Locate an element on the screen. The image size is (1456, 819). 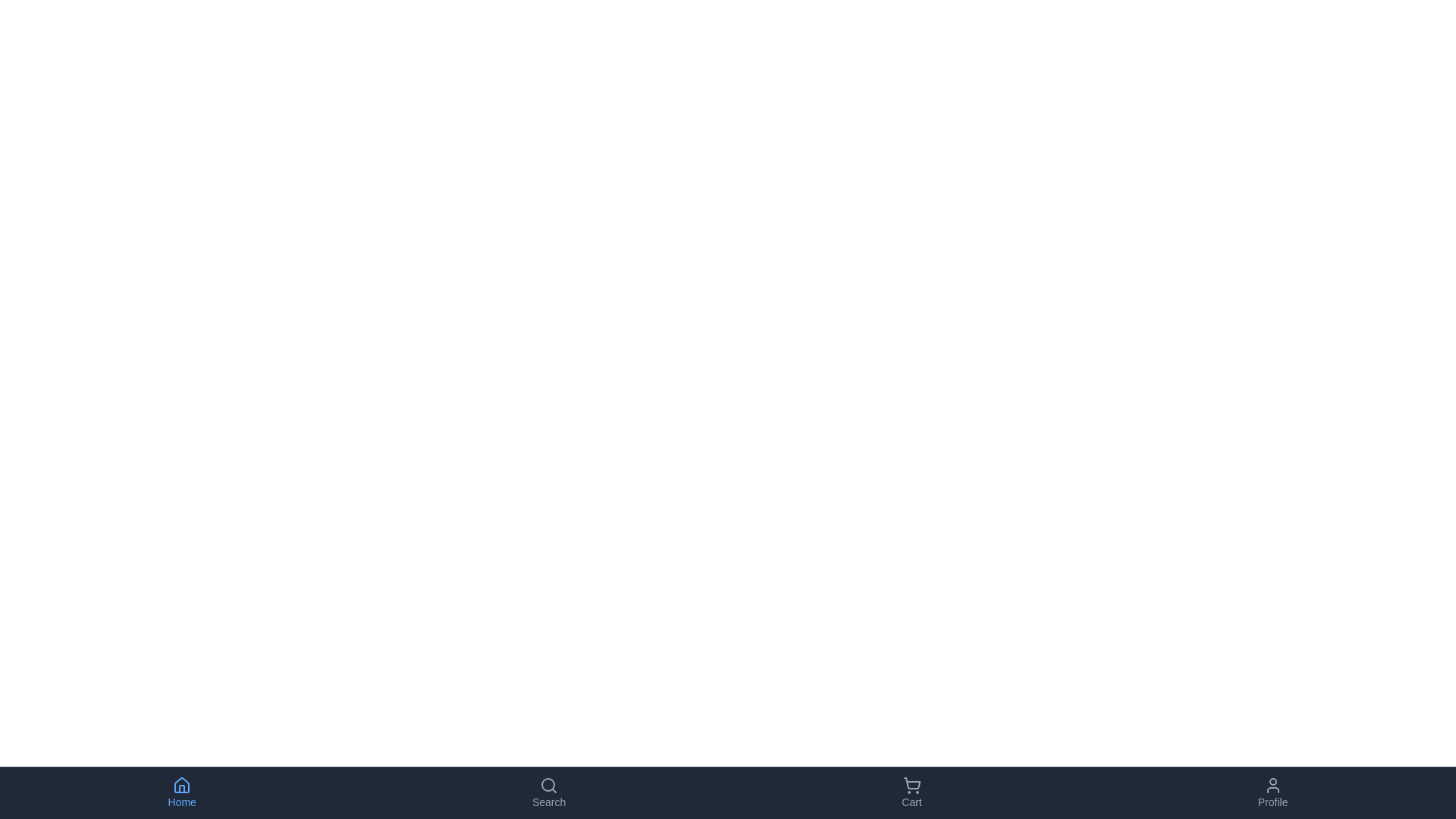
the user profile icon located in the bottom navigation bar, specifically in the far-right section labeled 'Profile' is located at coordinates (1272, 785).